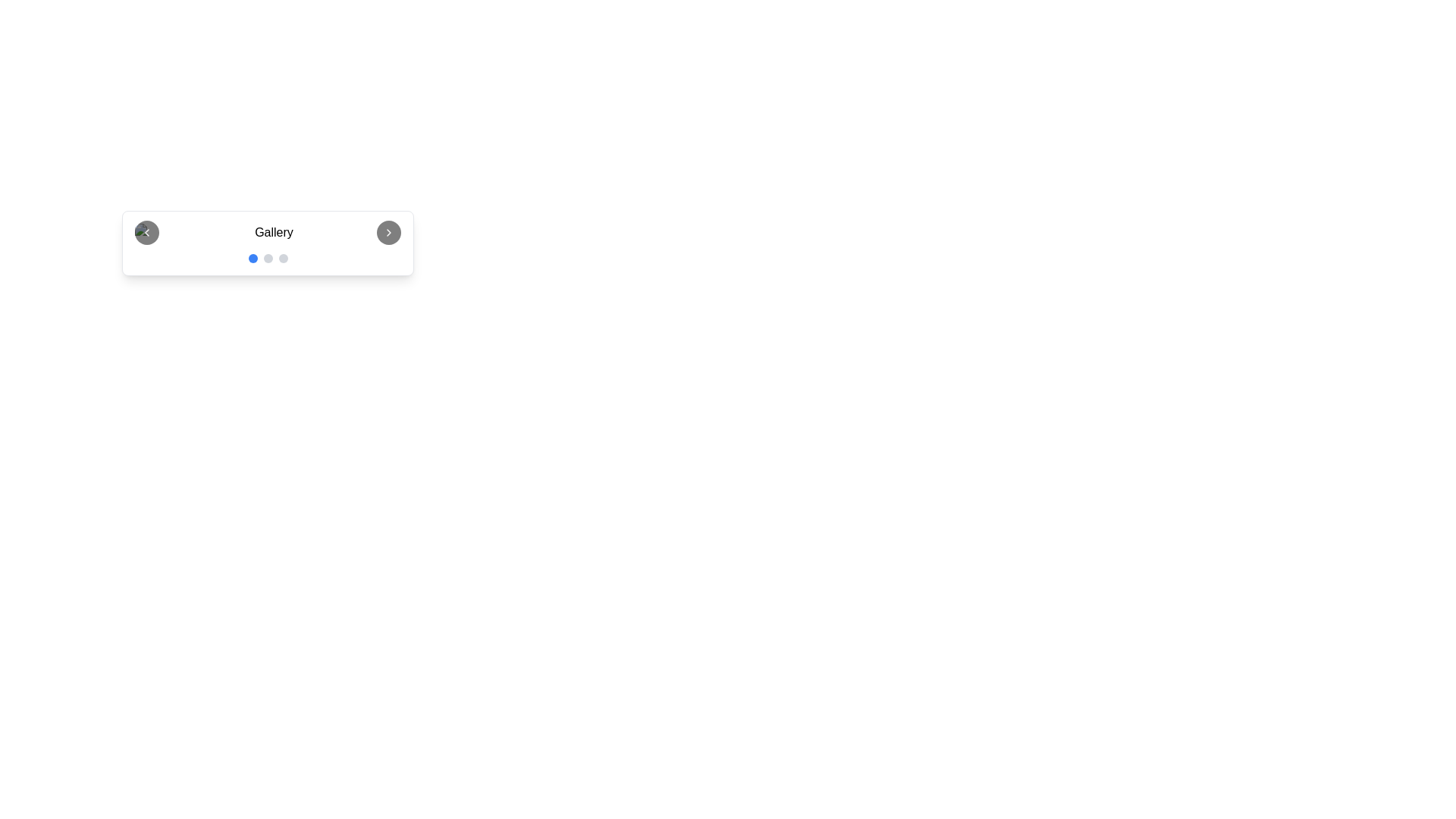 The height and width of the screenshot is (819, 1456). I want to click on the circular button with a black background and a left-pointing arrow icon, so click(146, 233).